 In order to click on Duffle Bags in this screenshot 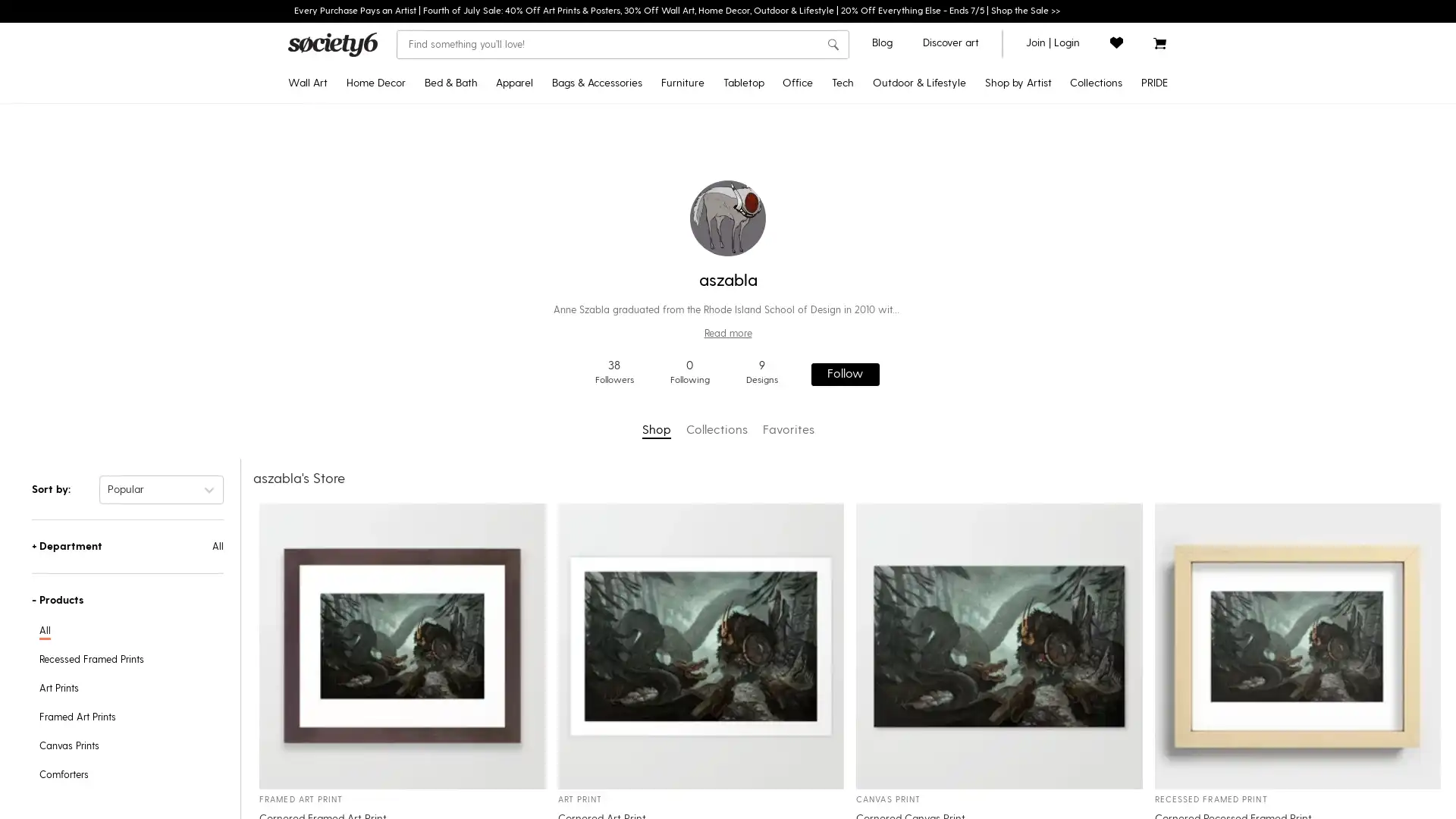, I will do `click(607, 194)`.